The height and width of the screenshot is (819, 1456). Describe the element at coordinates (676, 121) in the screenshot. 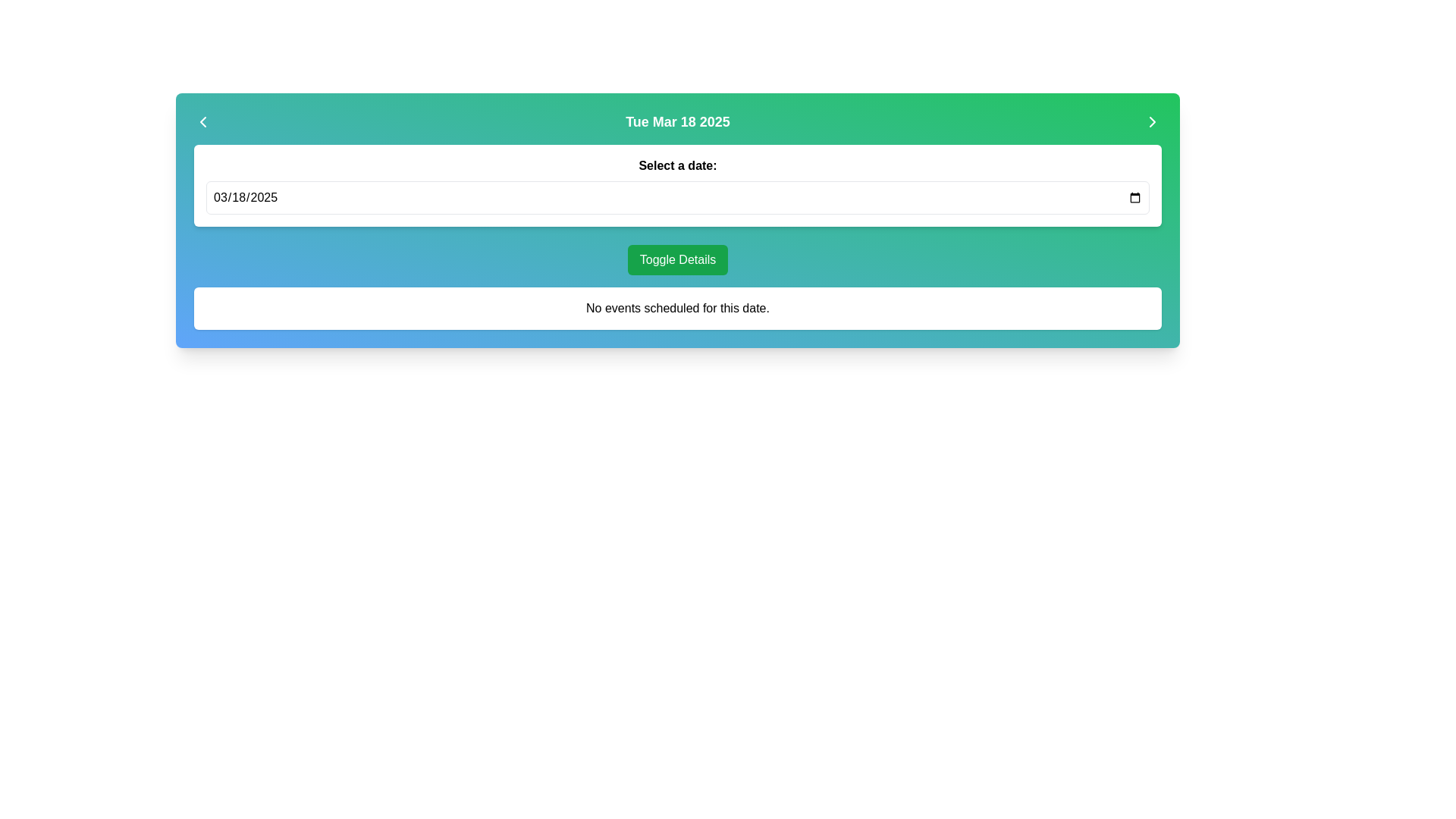

I see `the Text label that displays the currently selected date, located in the center of the top gradient header bar, above the 'Select a date:' label and calendar input field` at that location.